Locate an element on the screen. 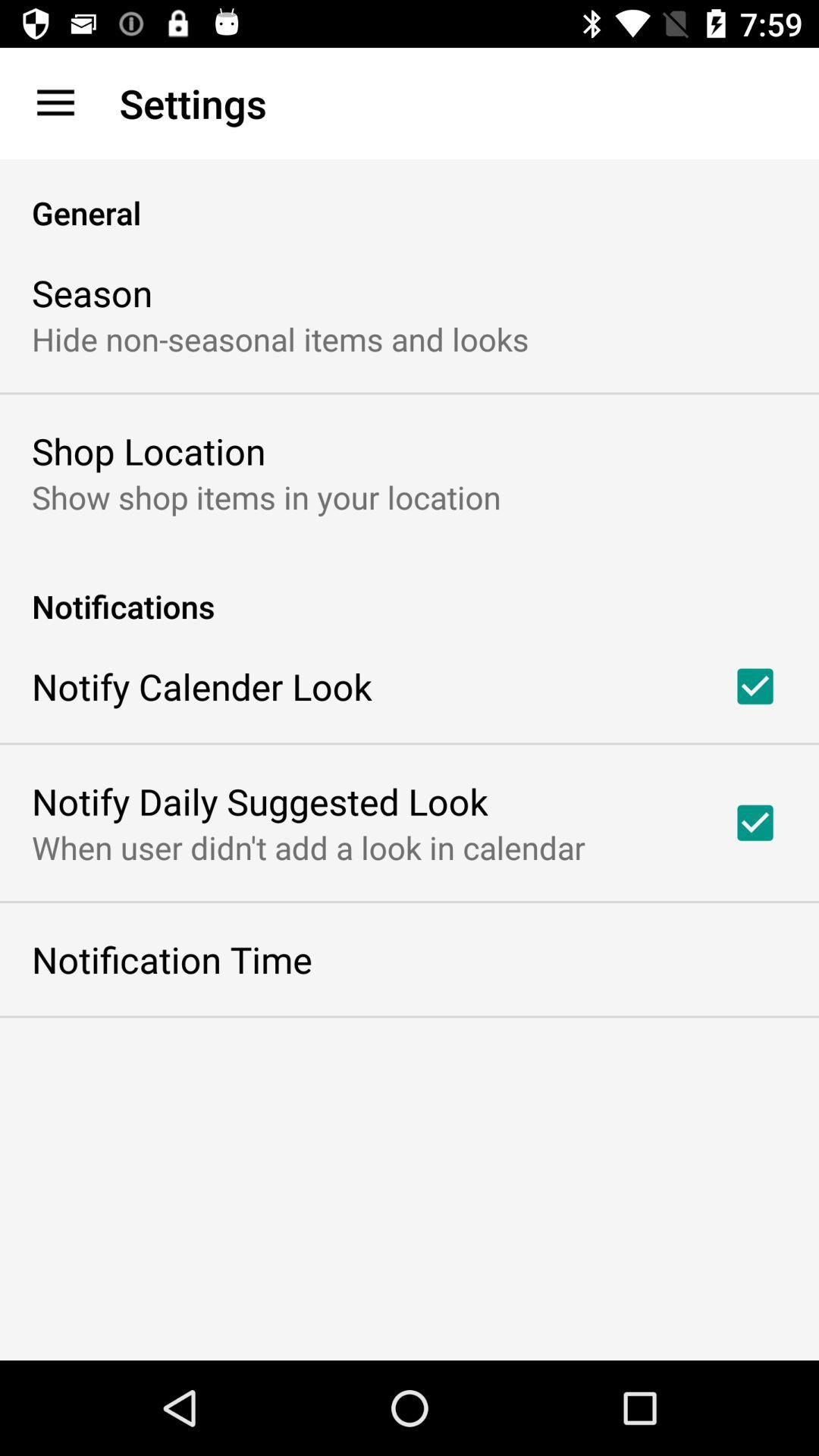 The width and height of the screenshot is (819, 1456). item below shop location is located at coordinates (265, 497).